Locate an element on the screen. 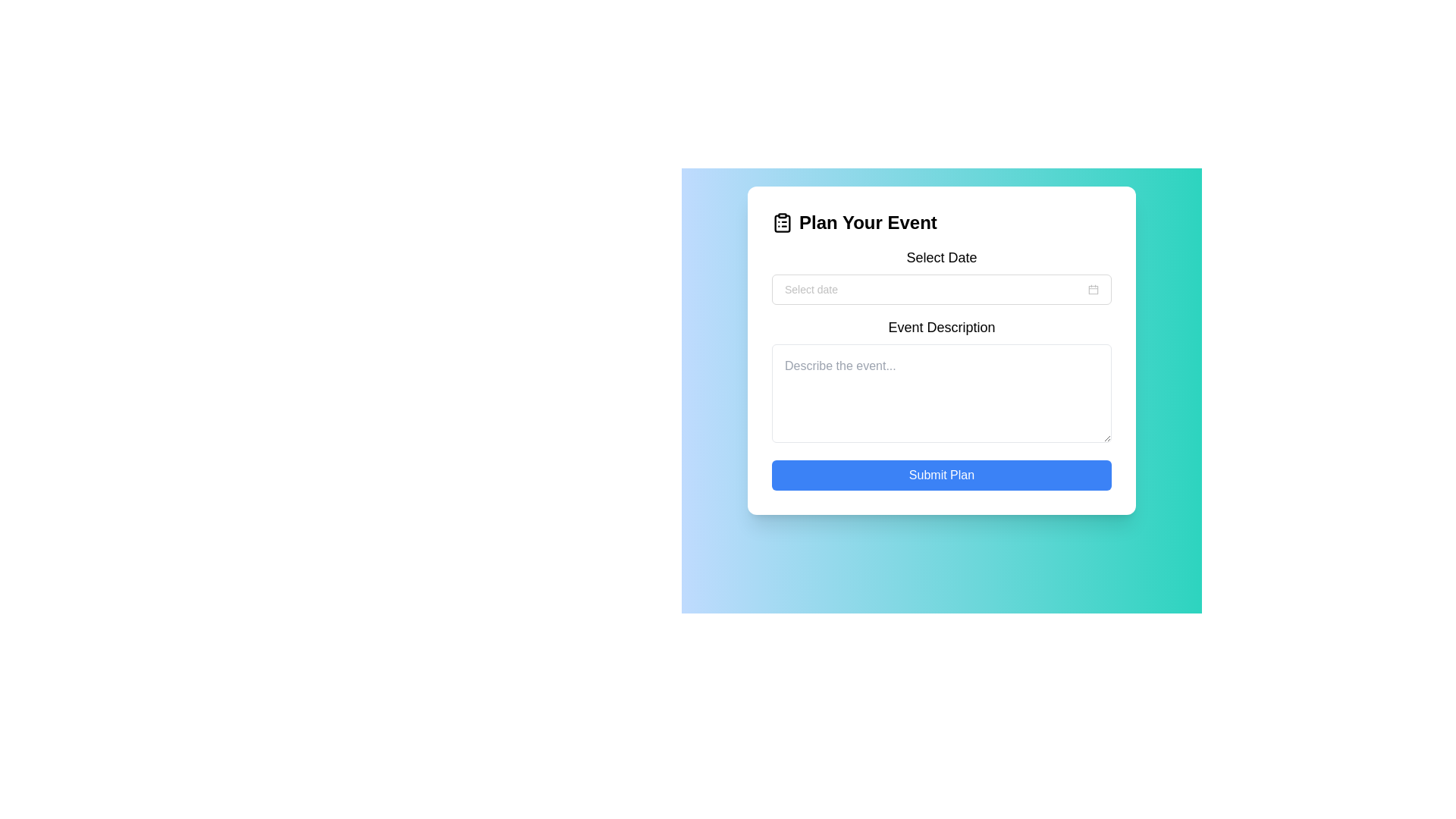 This screenshot has height=819, width=1456. the miniature calendar icon located next to the 'Select date' input field in the top section of the form interface is located at coordinates (1093, 289).